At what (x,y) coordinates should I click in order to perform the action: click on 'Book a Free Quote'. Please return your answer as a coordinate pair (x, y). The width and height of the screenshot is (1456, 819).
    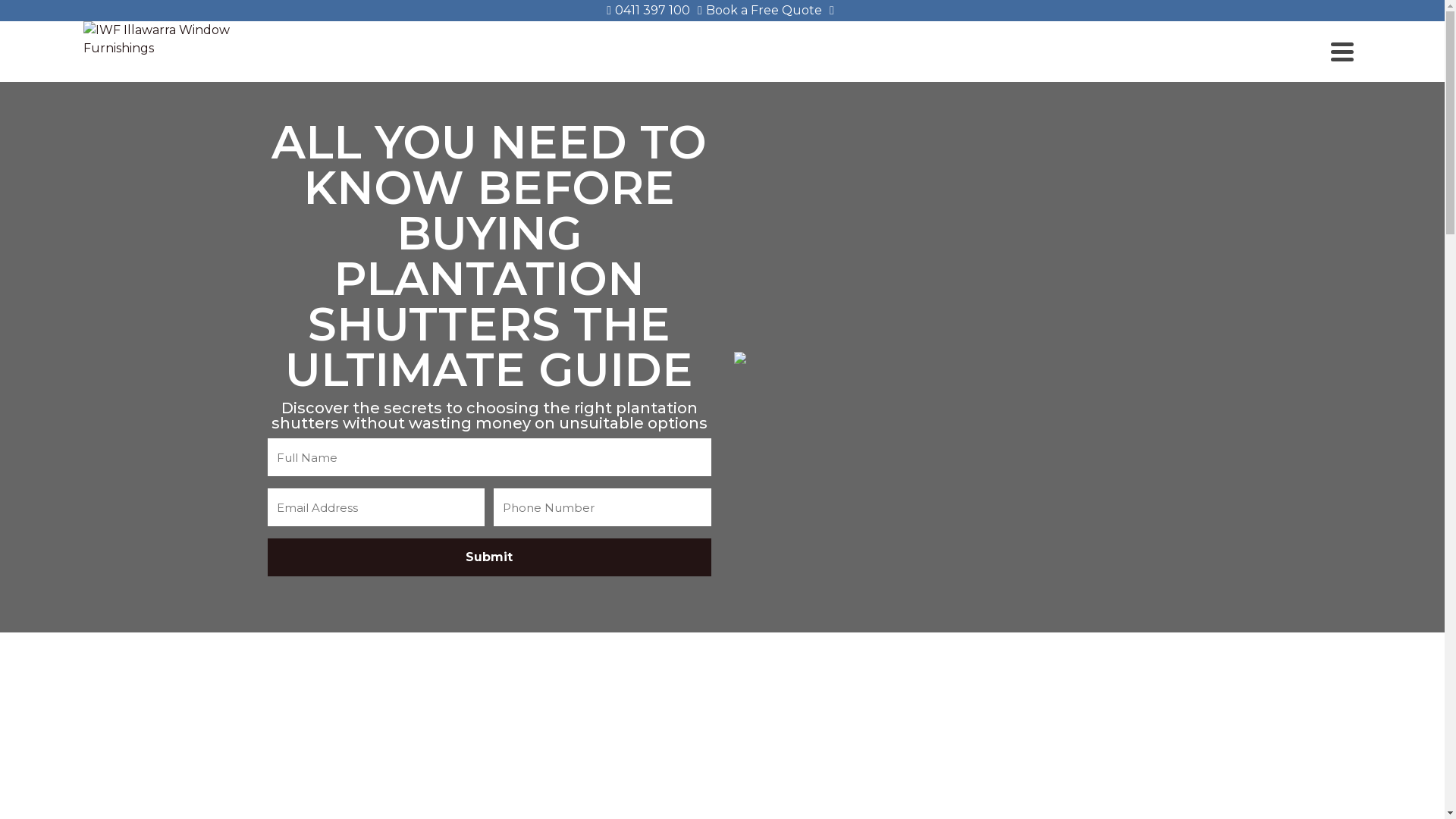
    Looking at the image, I should click on (760, 11).